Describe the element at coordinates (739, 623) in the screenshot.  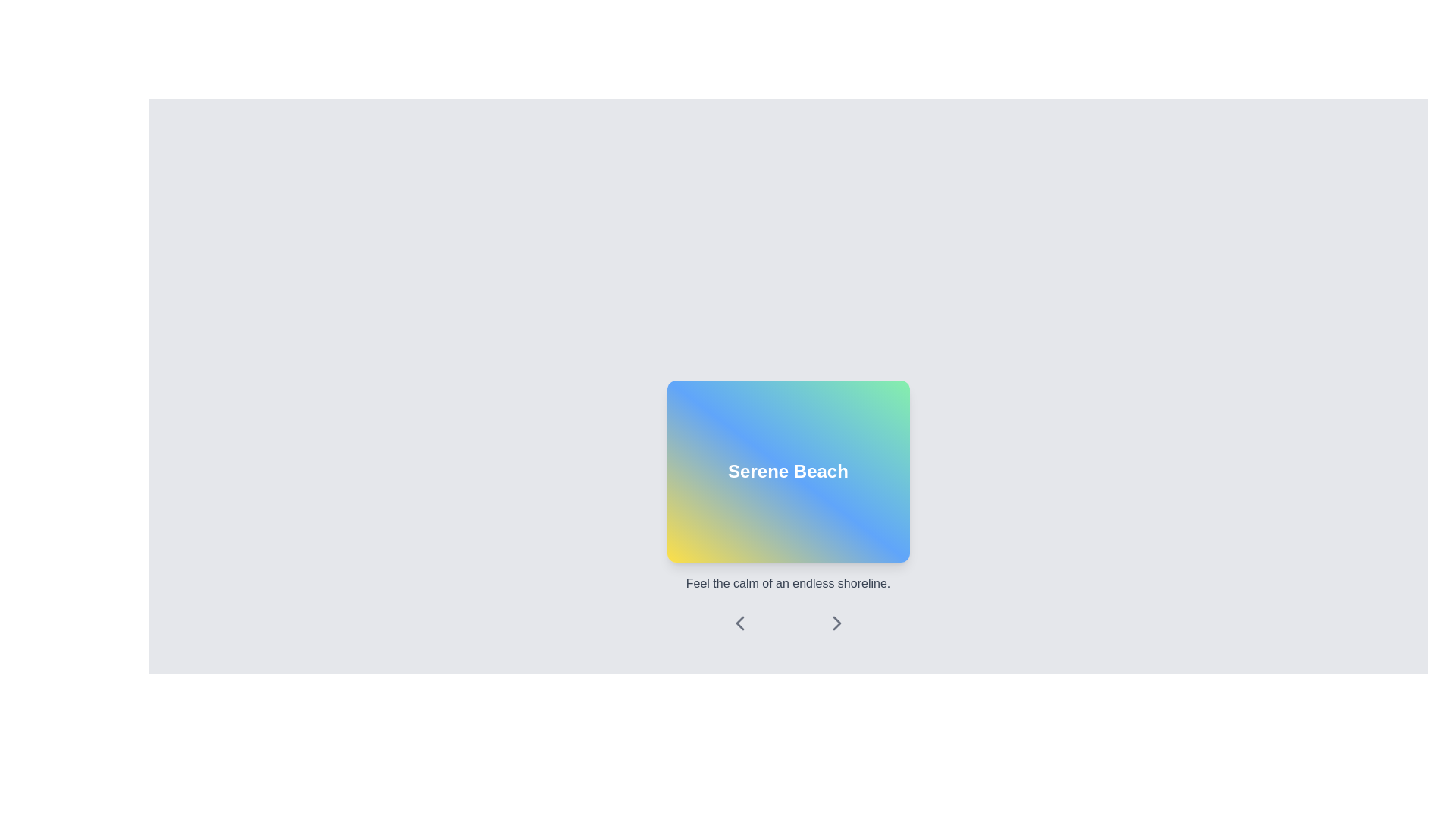
I see `the left navigation button, which allows users to move to the previous item in a sequence or slideshow` at that location.